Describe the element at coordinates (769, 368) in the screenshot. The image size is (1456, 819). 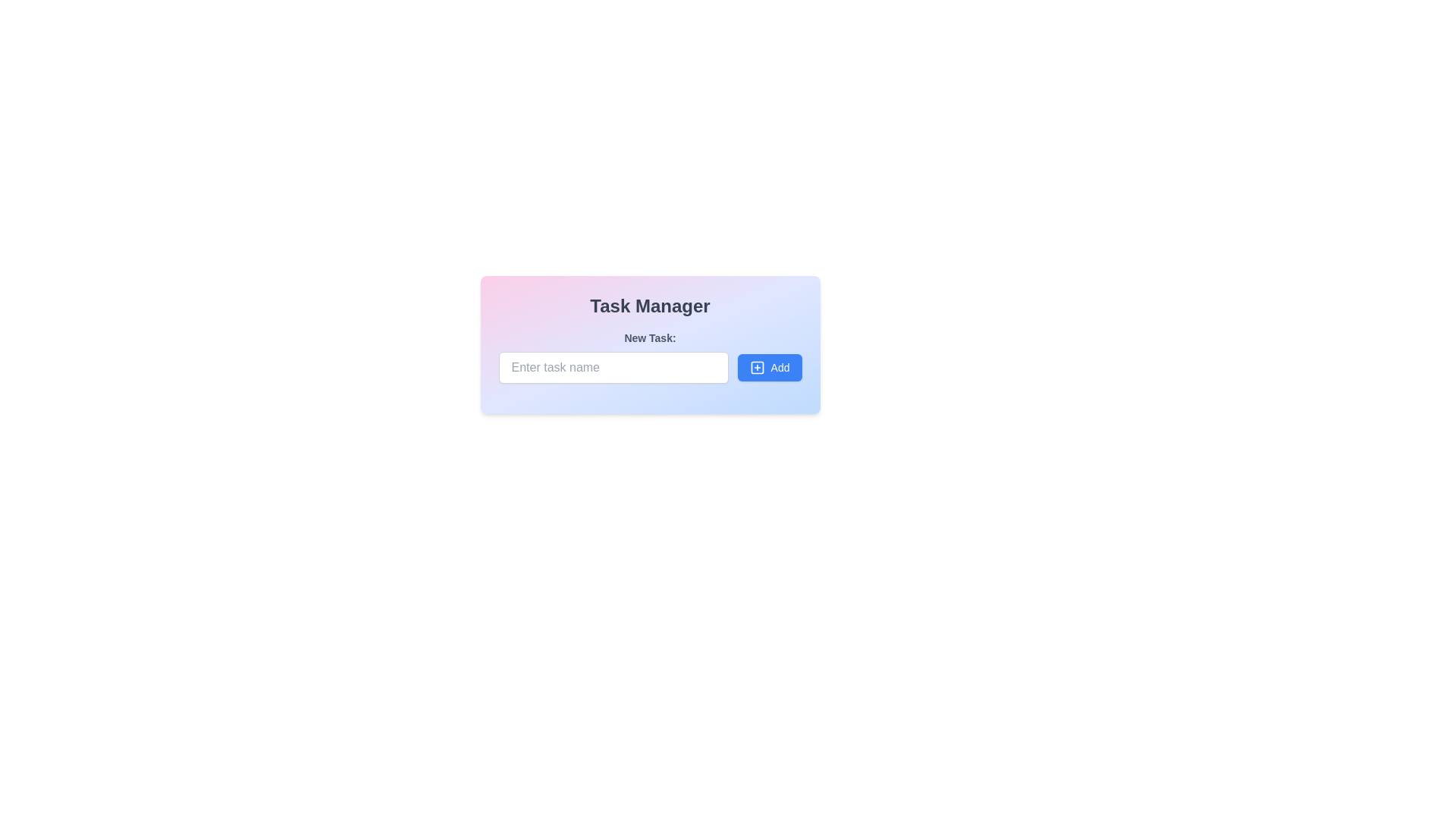
I see `the 'Add Task' button located to the right of the text input field in the 'New Task' section` at that location.